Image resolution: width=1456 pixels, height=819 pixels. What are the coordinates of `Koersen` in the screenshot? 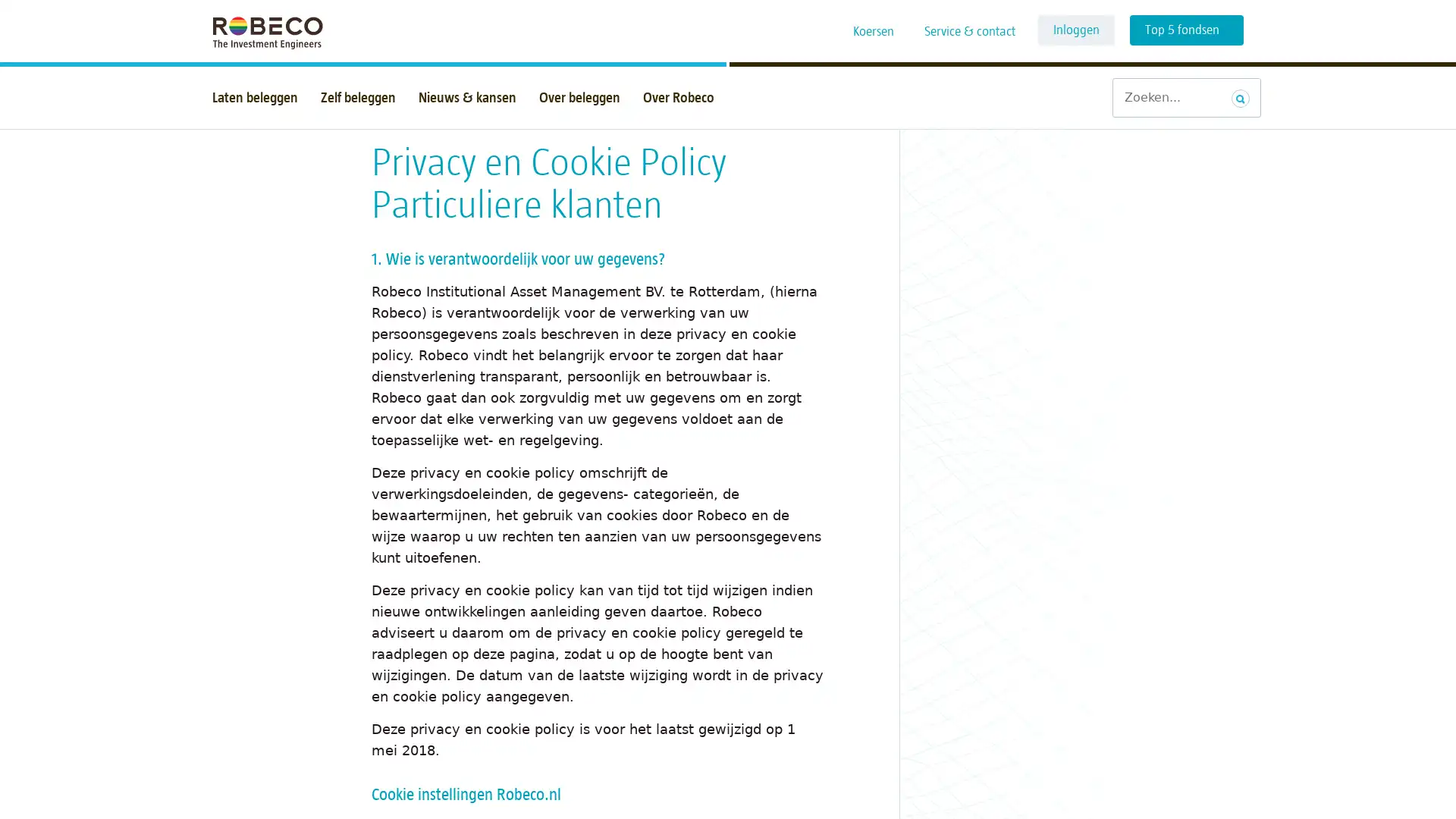 It's located at (874, 32).